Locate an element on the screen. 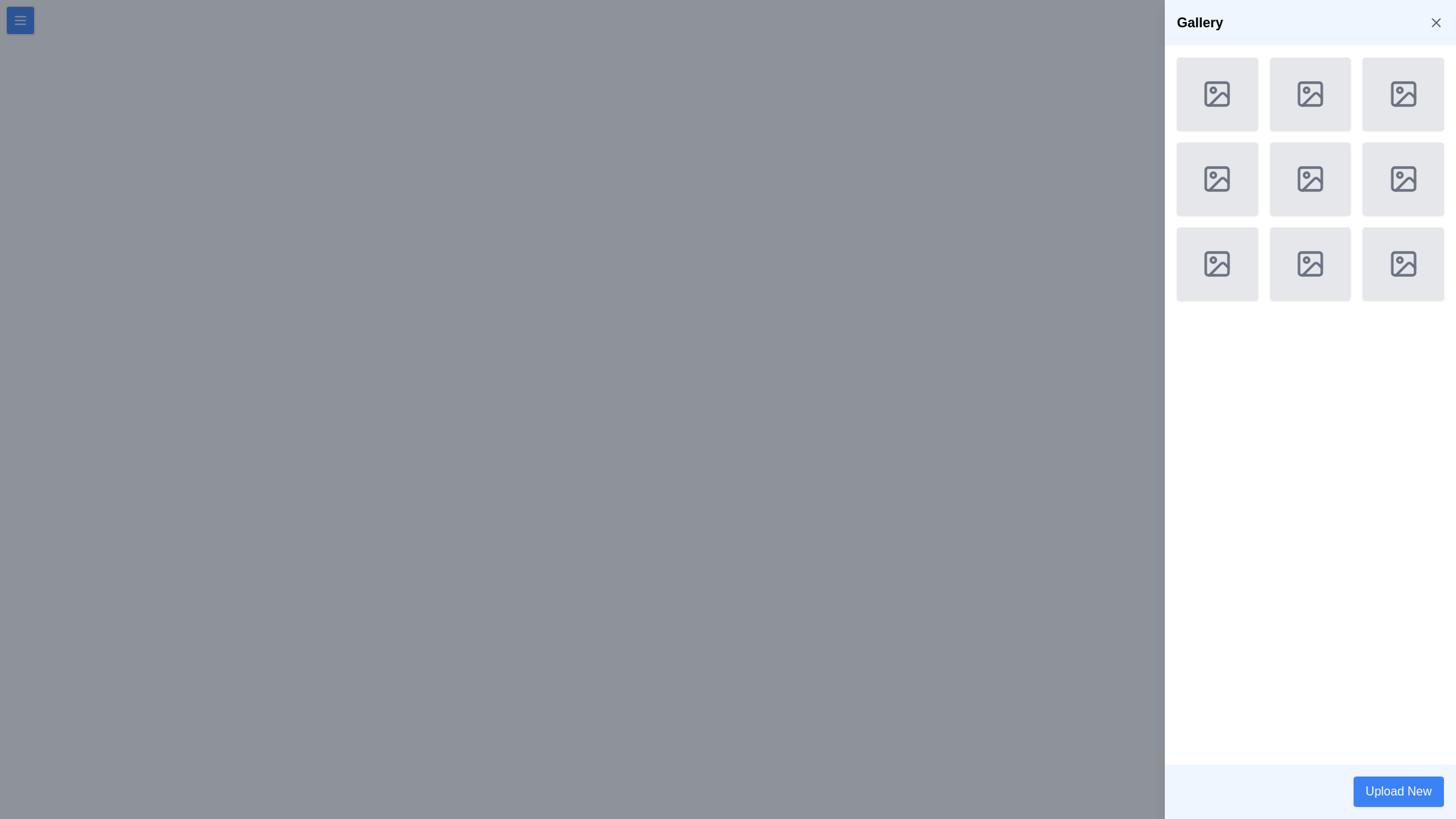 The height and width of the screenshot is (819, 1456). the 'Upload New' button, which is a rectangular button with a blue background and white text located at the bottom-right corner of the interface is located at coordinates (1398, 791).